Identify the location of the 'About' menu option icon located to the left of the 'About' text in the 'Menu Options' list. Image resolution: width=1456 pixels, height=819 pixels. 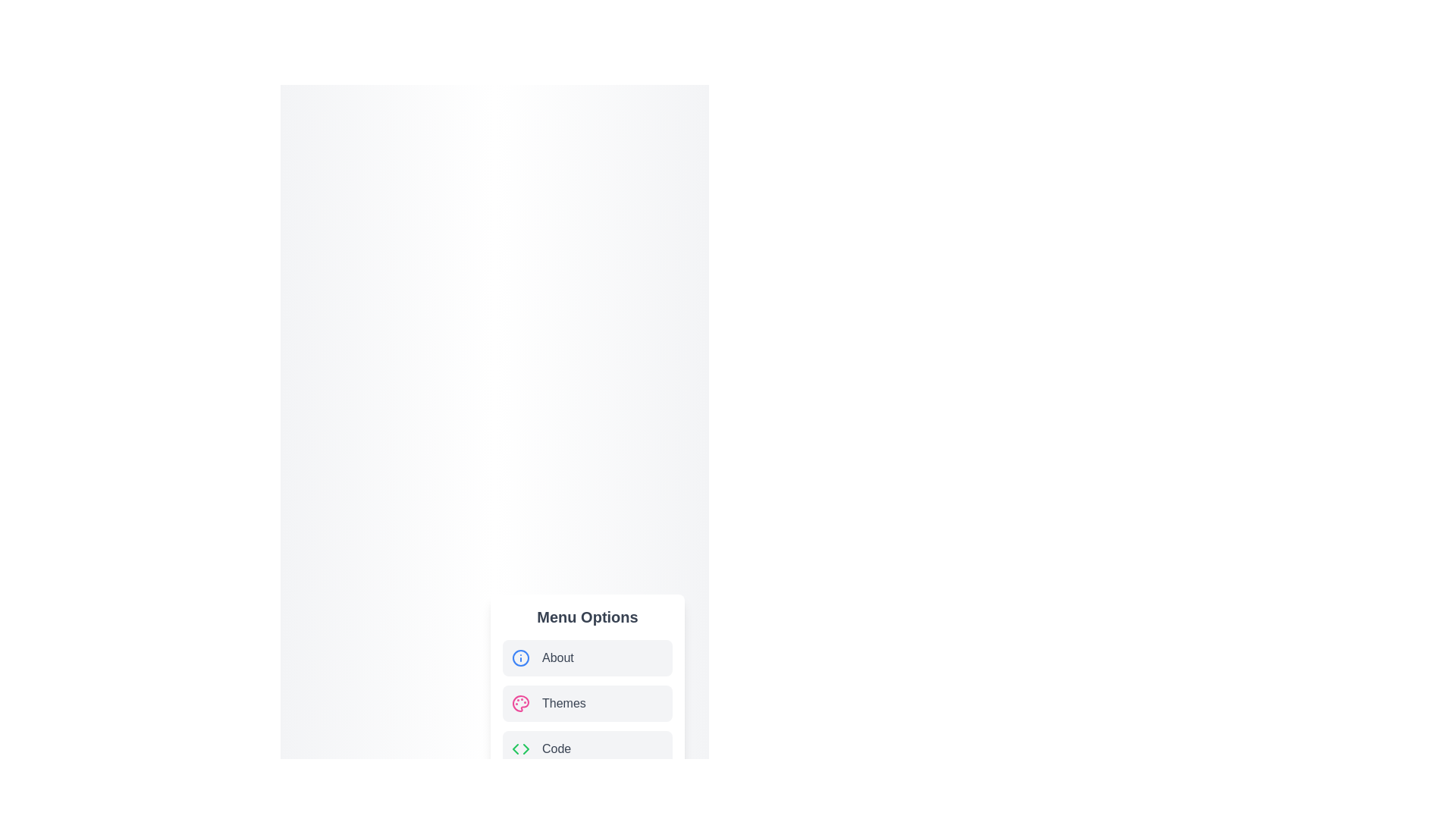
(520, 657).